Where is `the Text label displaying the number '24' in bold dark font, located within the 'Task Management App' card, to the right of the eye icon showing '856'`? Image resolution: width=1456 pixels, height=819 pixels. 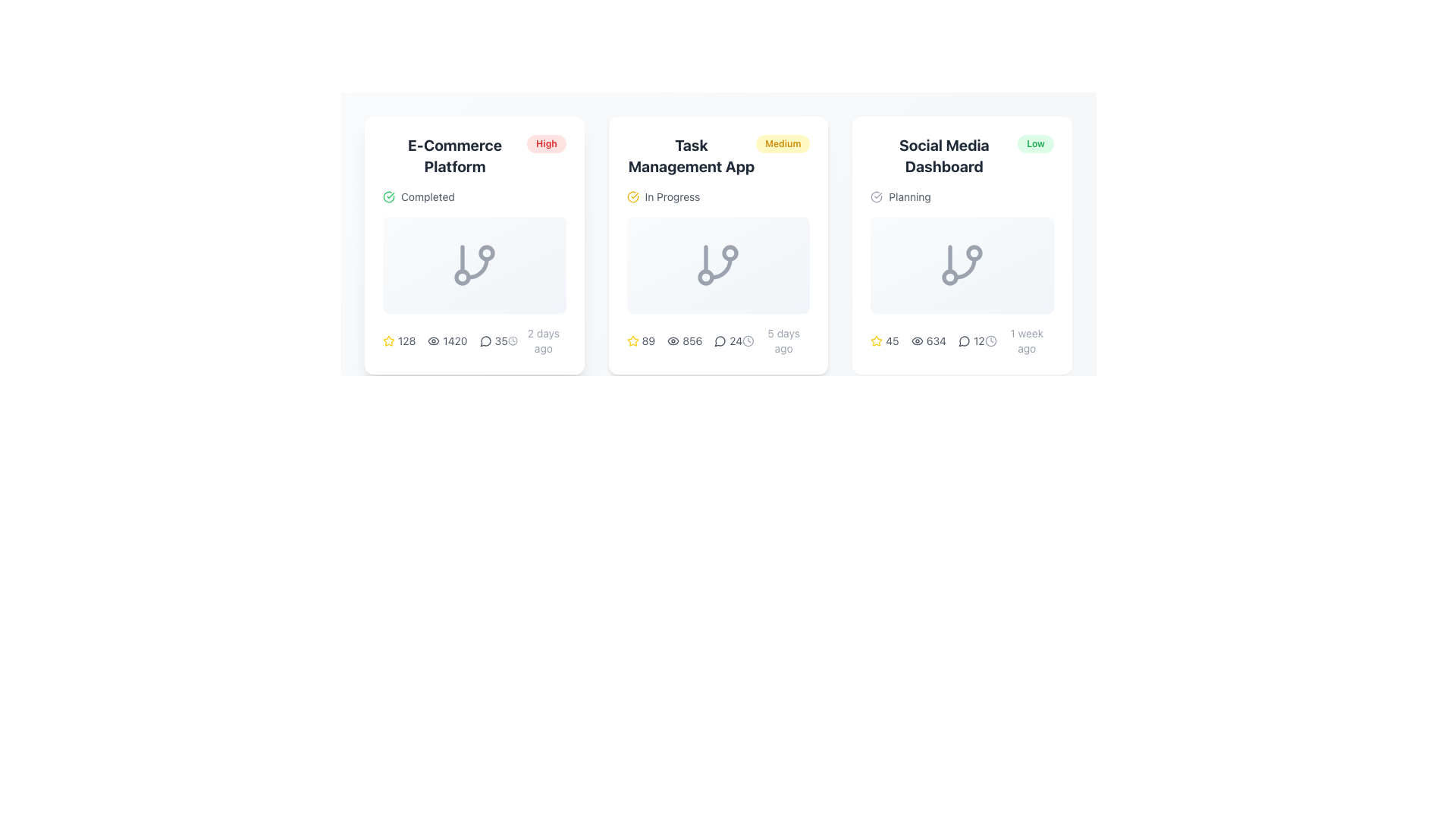
the Text label displaying the number '24' in bold dark font, located within the 'Task Management App' card, to the right of the eye icon showing '856' is located at coordinates (736, 341).